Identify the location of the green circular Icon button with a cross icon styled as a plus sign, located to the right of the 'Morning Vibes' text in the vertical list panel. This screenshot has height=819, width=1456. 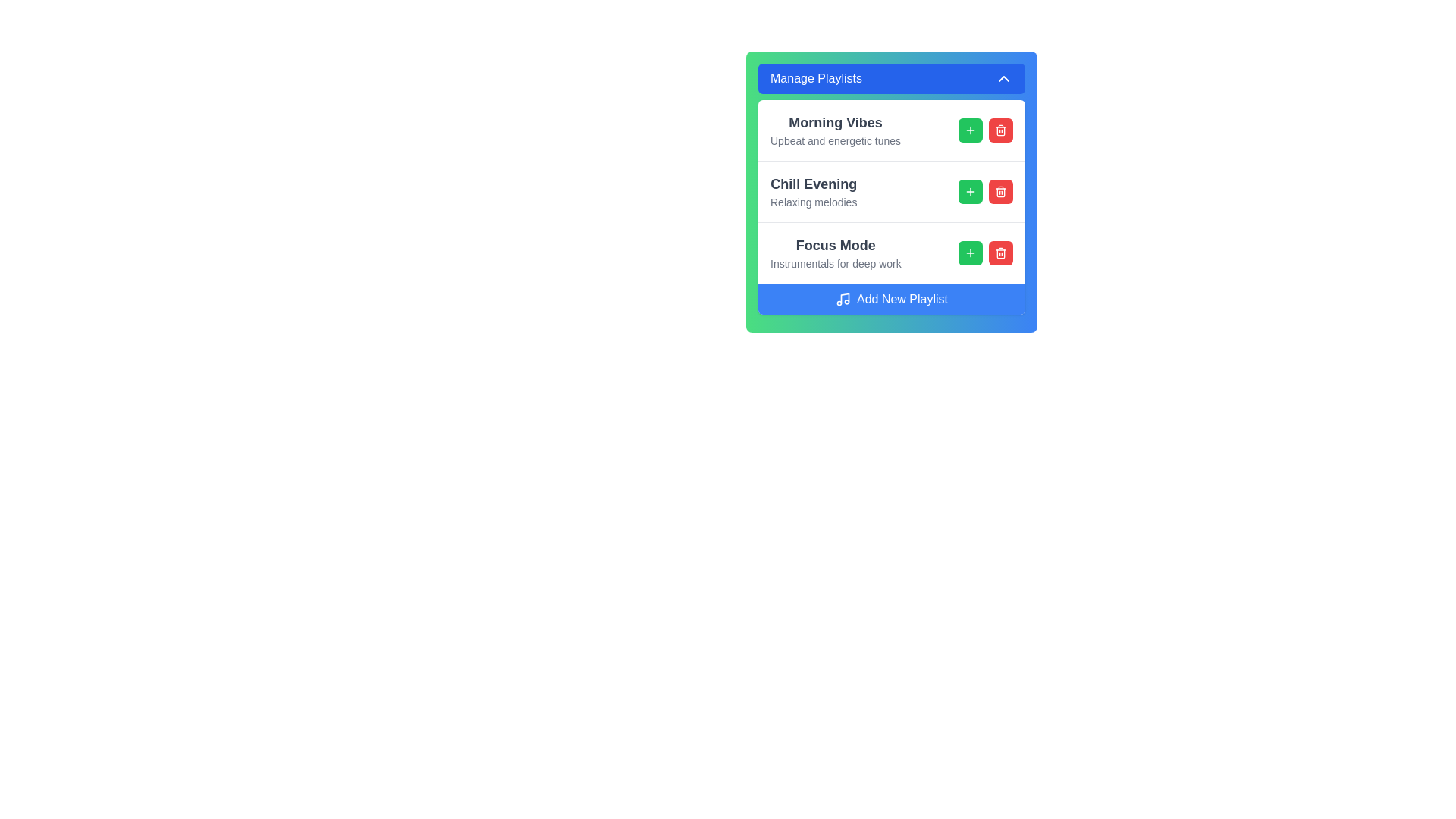
(971, 191).